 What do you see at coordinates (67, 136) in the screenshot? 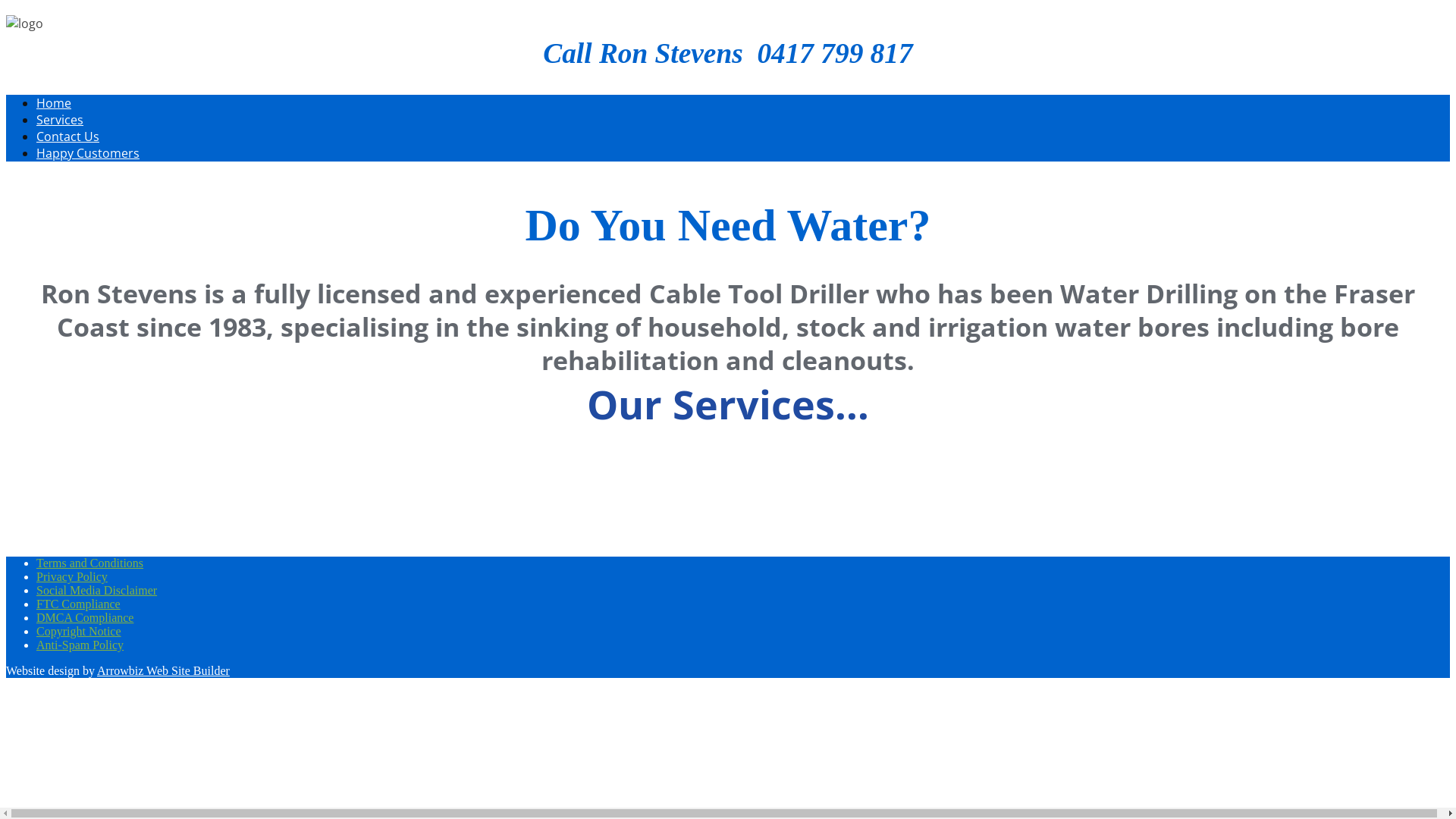
I see `'Contact Us'` at bounding box center [67, 136].